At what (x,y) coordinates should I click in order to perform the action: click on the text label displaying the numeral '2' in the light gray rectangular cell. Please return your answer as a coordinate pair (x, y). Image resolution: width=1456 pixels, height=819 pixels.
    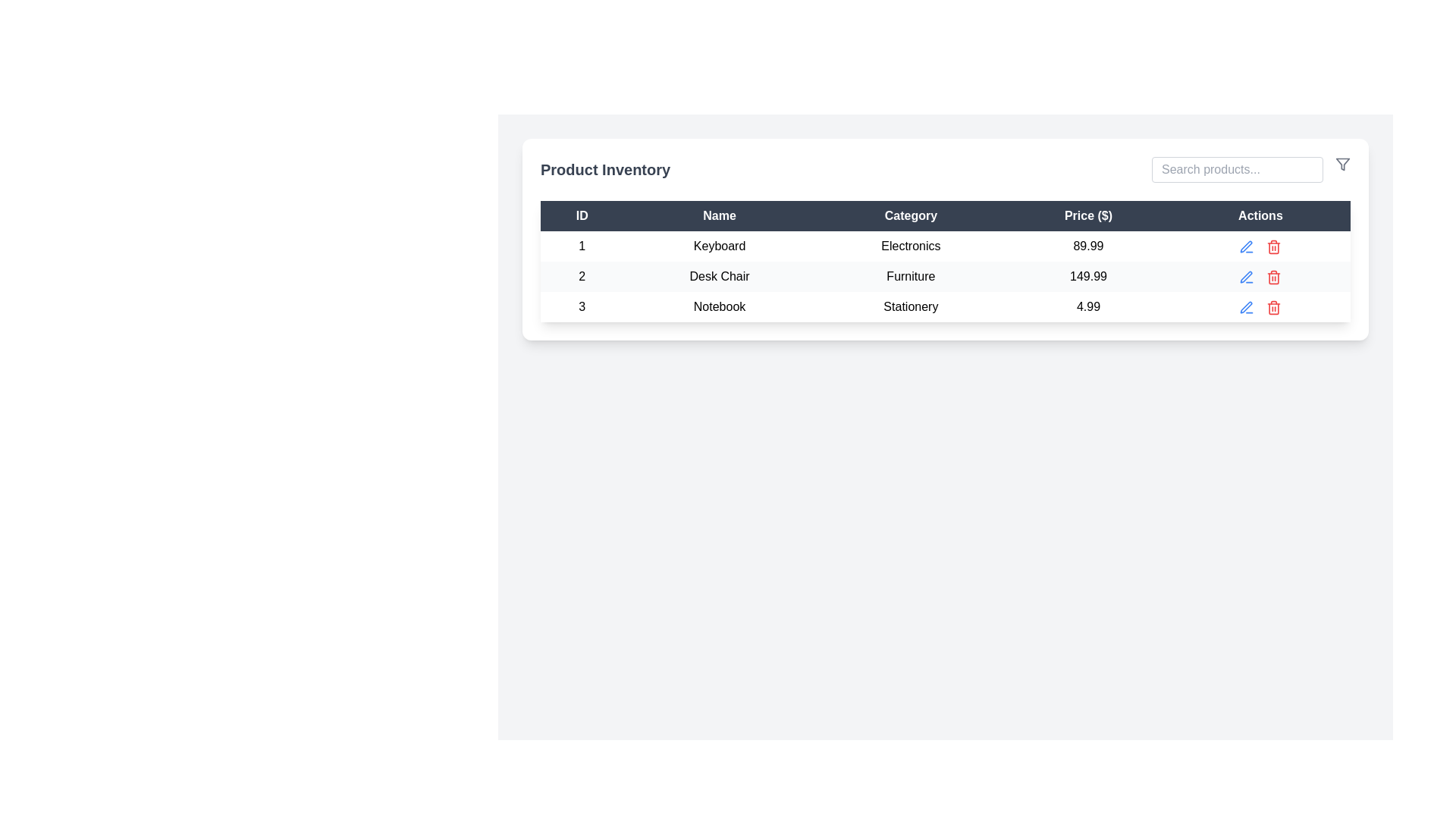
    Looking at the image, I should click on (581, 277).